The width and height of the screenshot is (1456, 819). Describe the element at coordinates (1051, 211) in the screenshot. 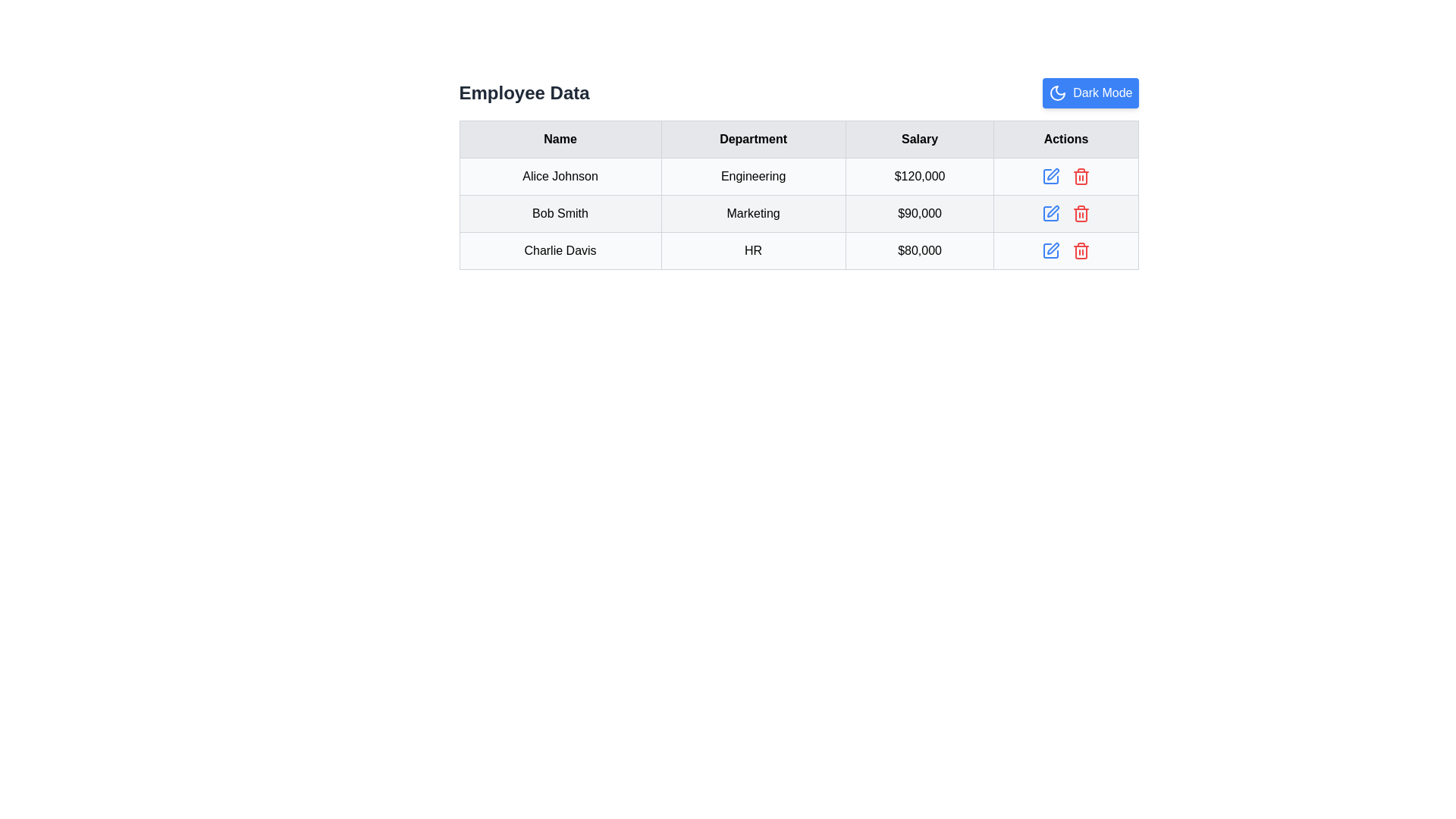

I see `the pencil icon representing the edit action located in the 'Actions' column of the second row of the table` at that location.